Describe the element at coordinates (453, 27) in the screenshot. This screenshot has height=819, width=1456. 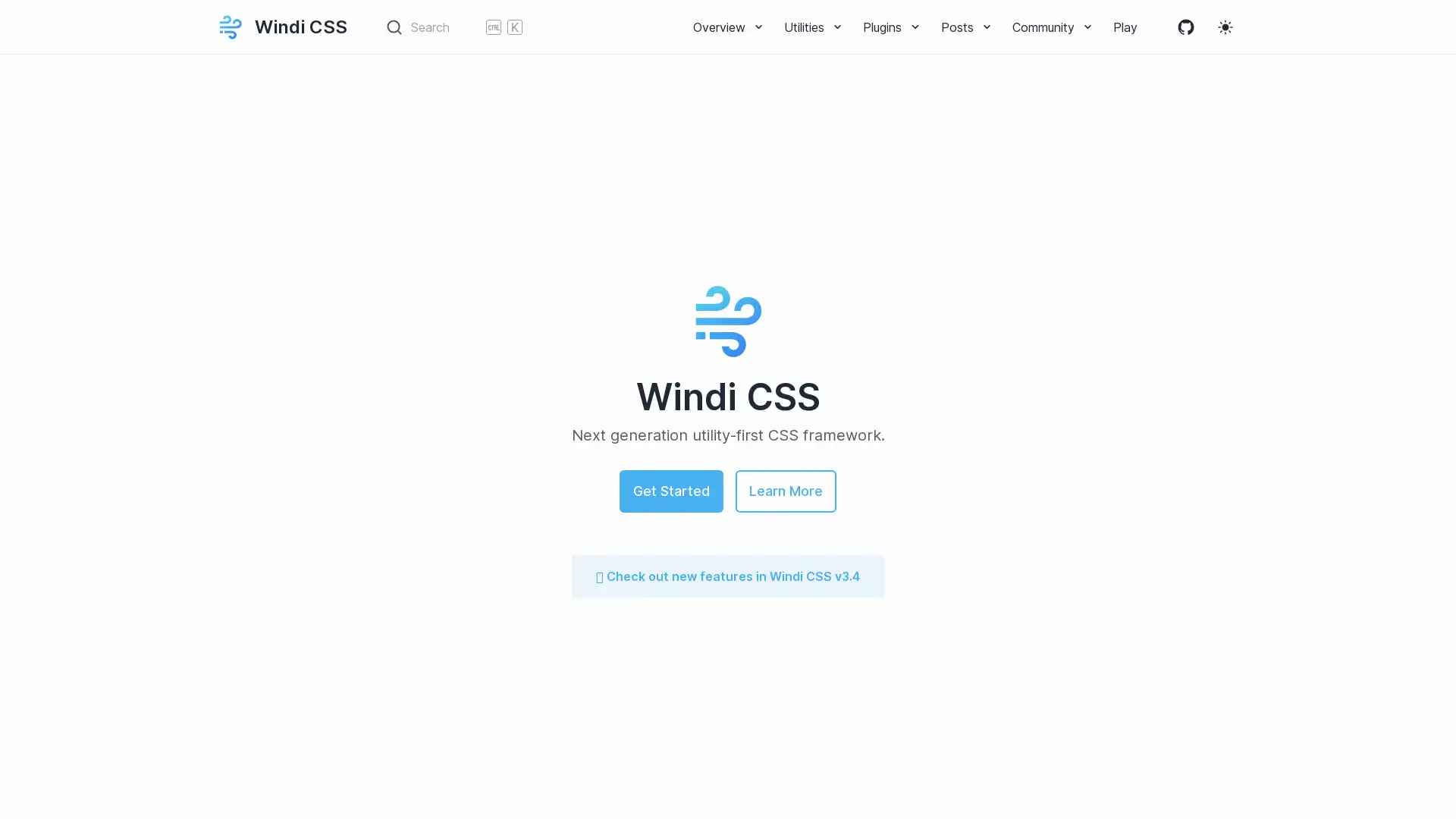
I see `Search` at that location.